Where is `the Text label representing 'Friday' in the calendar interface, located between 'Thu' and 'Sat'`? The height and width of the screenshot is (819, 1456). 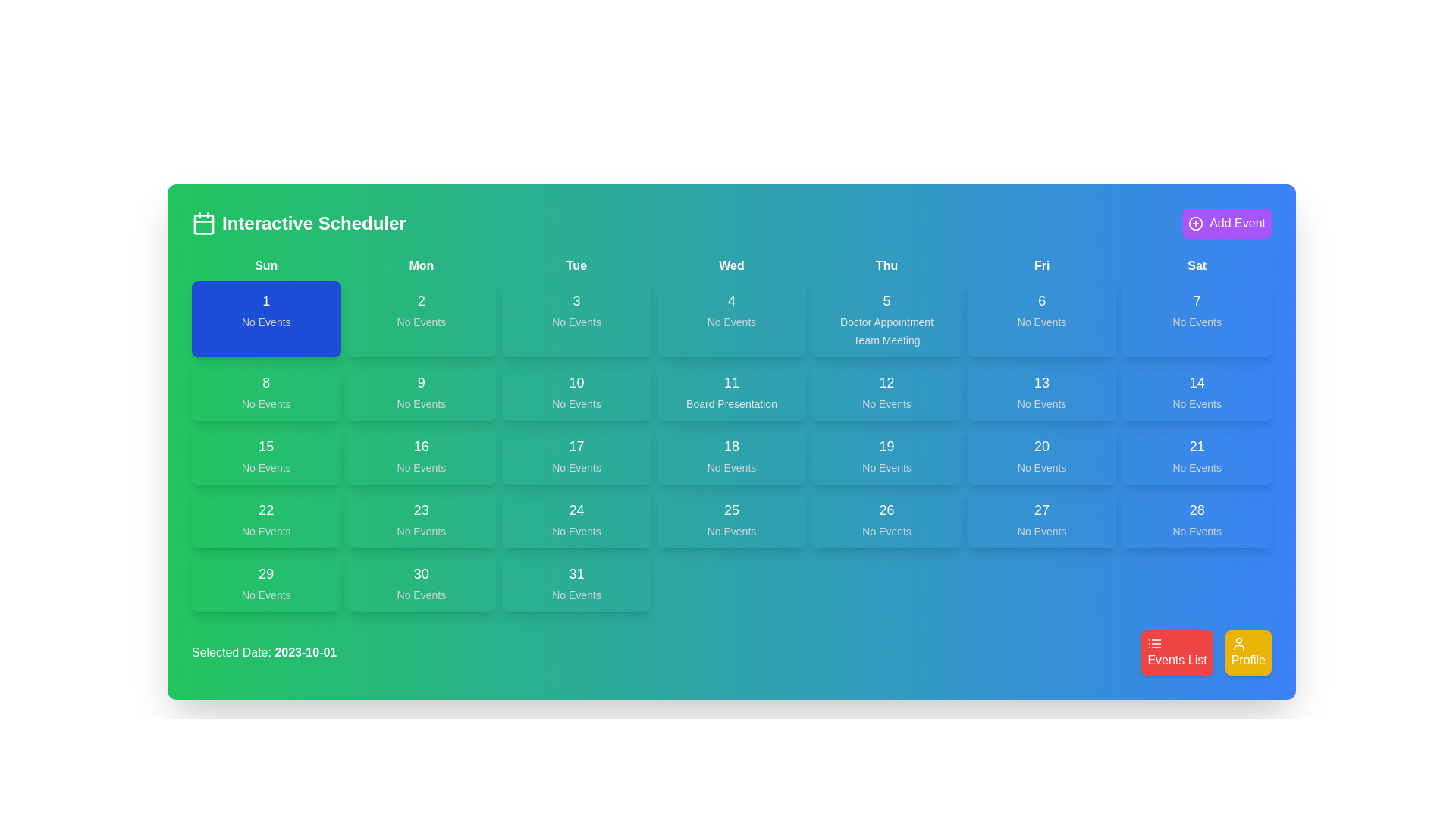 the Text label representing 'Friday' in the calendar interface, located between 'Thu' and 'Sat' is located at coordinates (1041, 265).